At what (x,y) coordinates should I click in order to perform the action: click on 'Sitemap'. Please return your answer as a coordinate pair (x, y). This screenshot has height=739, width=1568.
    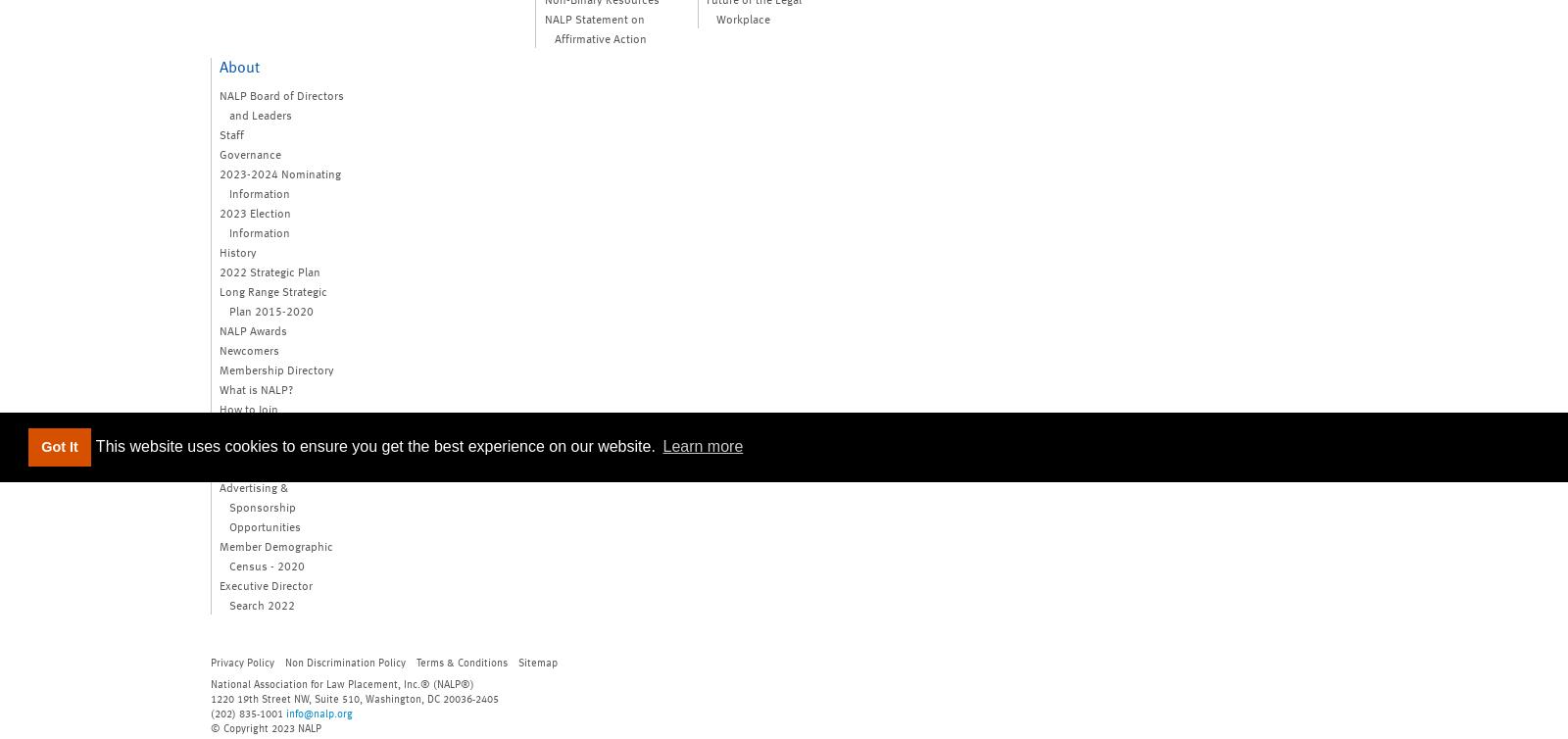
    Looking at the image, I should click on (536, 660).